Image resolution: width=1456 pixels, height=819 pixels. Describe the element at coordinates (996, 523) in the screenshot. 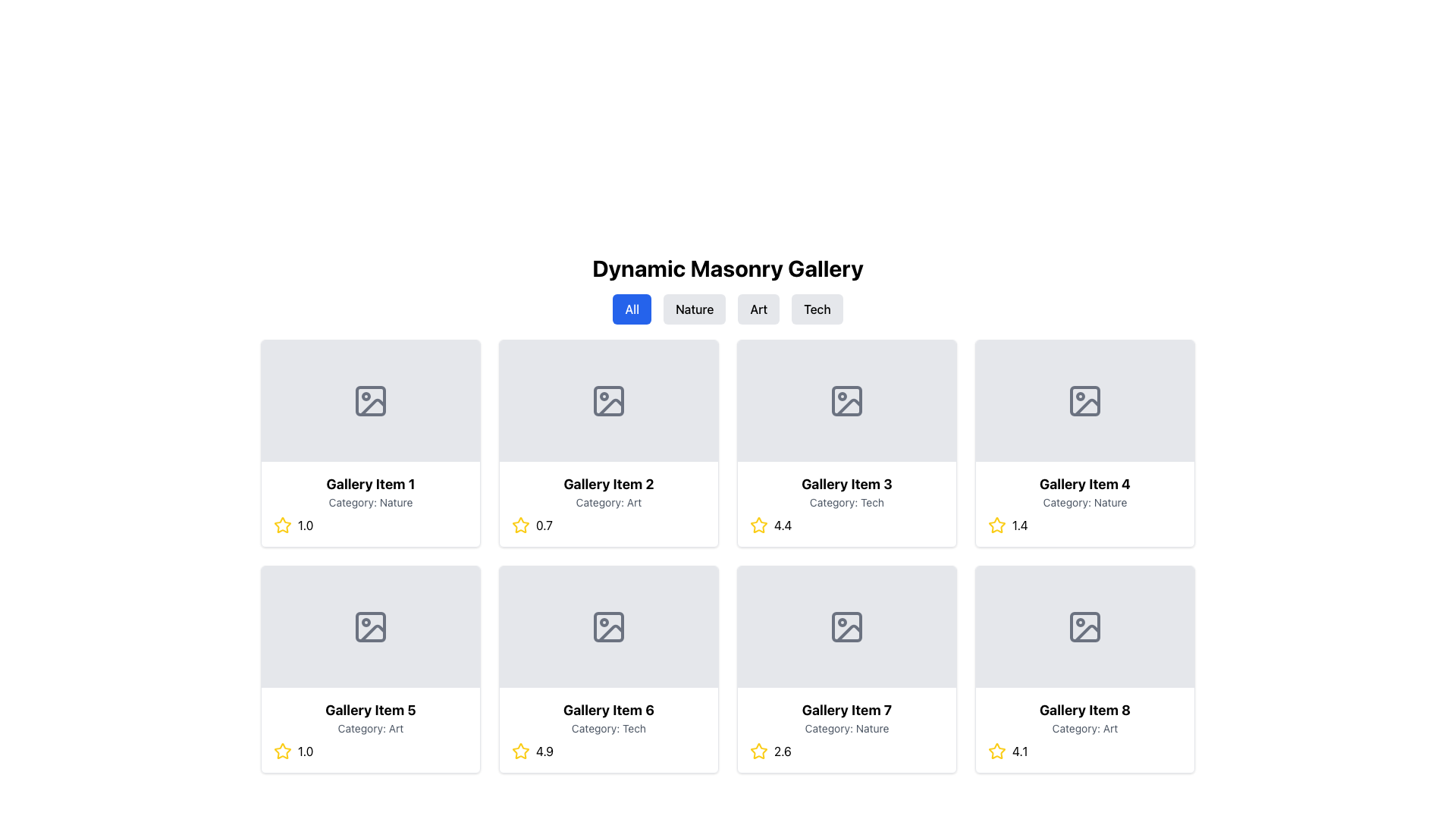

I see `the star icon used for the rating system located in the card labeled 'Gallery Item 4'` at that location.